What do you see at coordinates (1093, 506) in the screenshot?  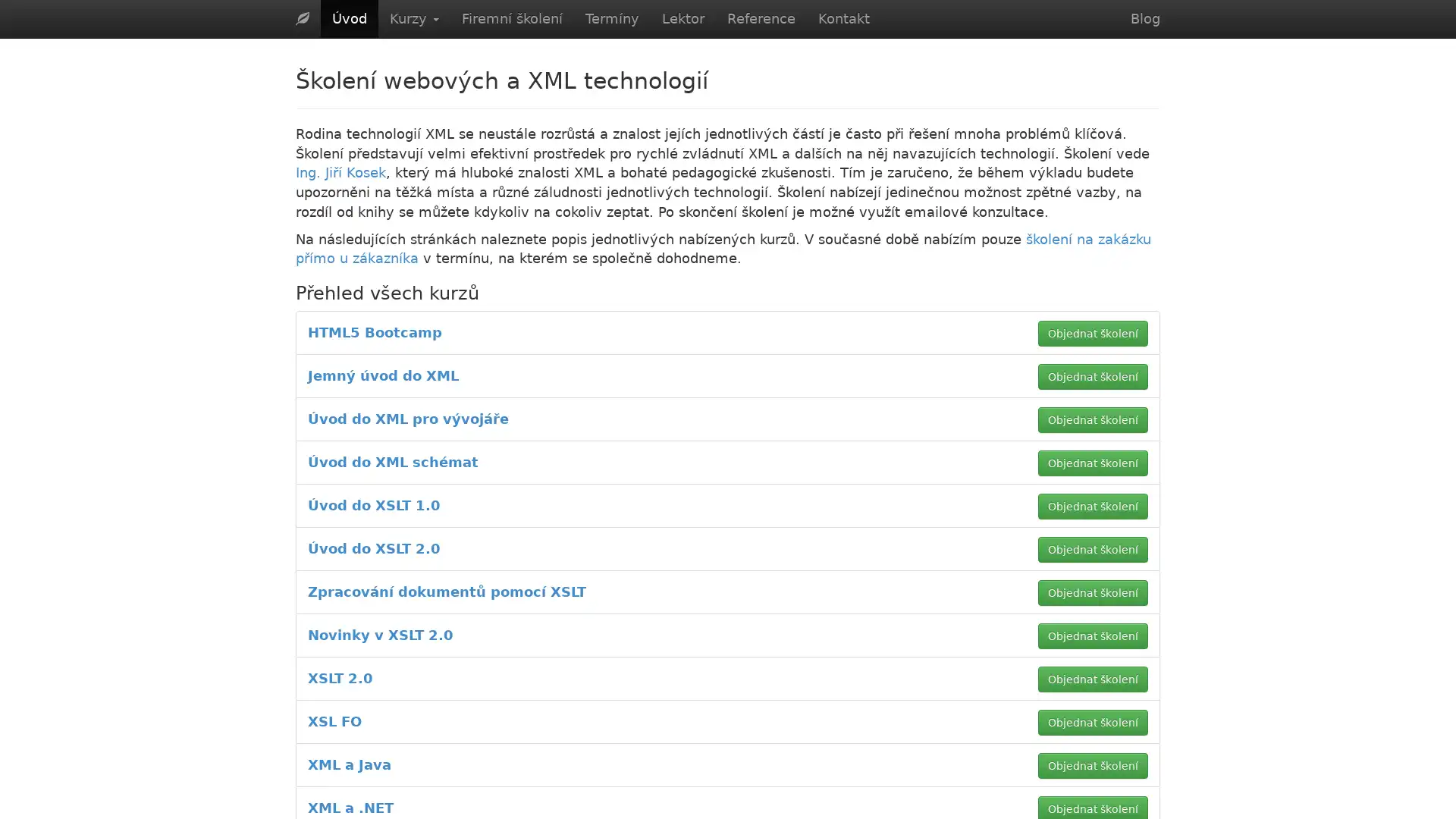 I see `Objednat skoleni` at bounding box center [1093, 506].